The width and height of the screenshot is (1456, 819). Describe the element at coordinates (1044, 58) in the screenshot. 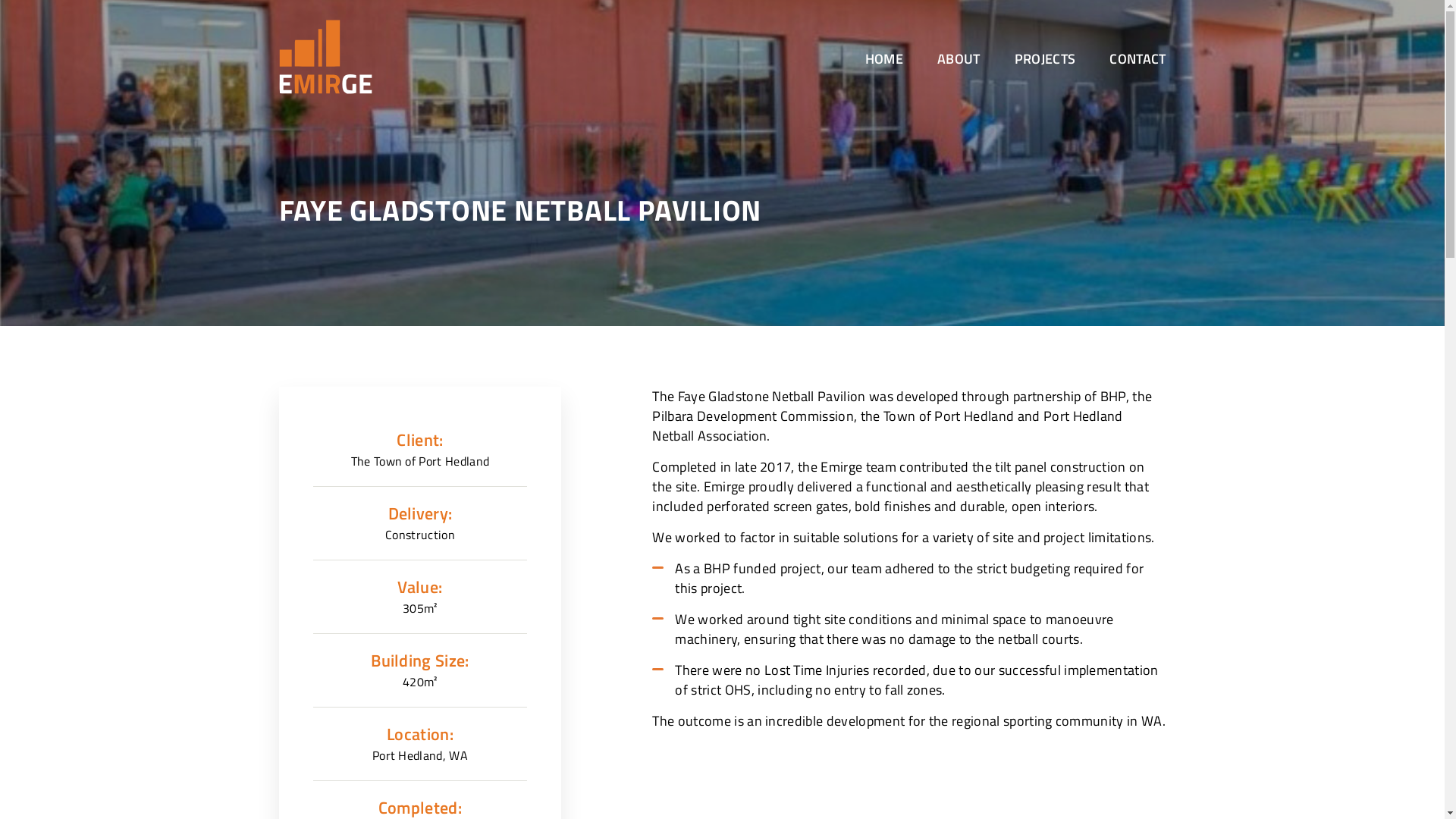

I see `'PROJECTS'` at that location.